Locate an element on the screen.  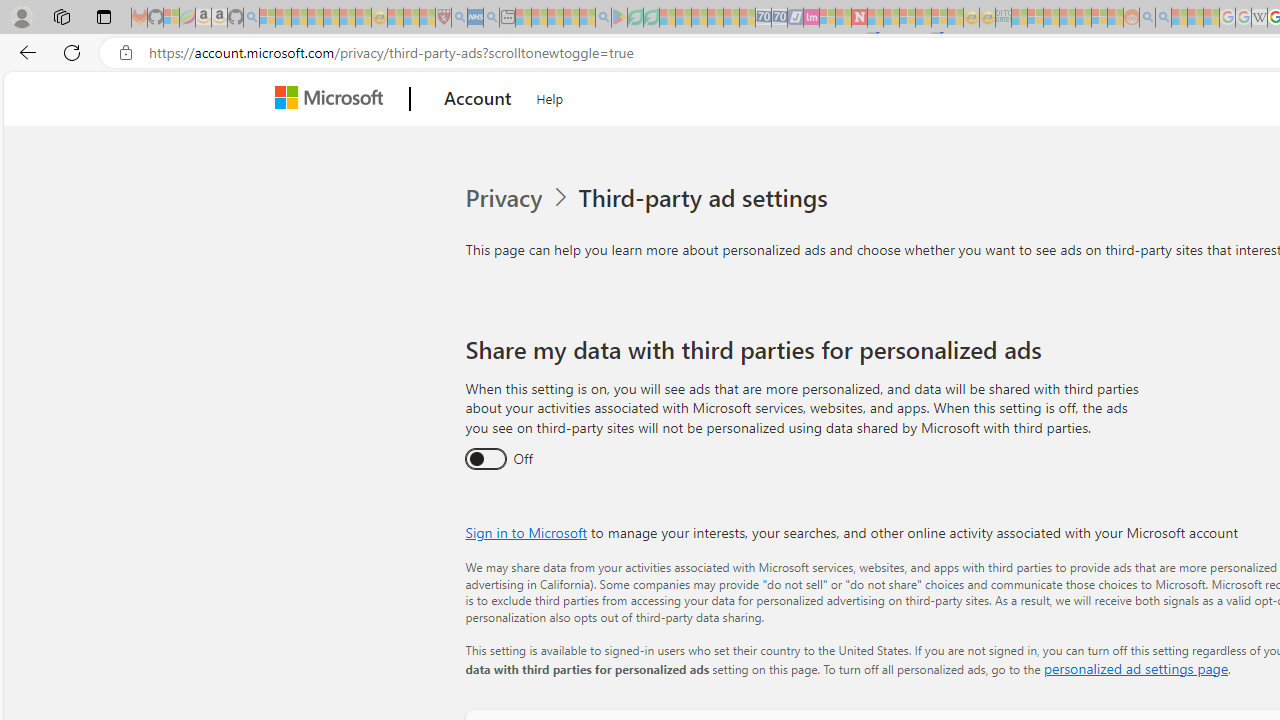
'Account' is located at coordinates (477, 99).